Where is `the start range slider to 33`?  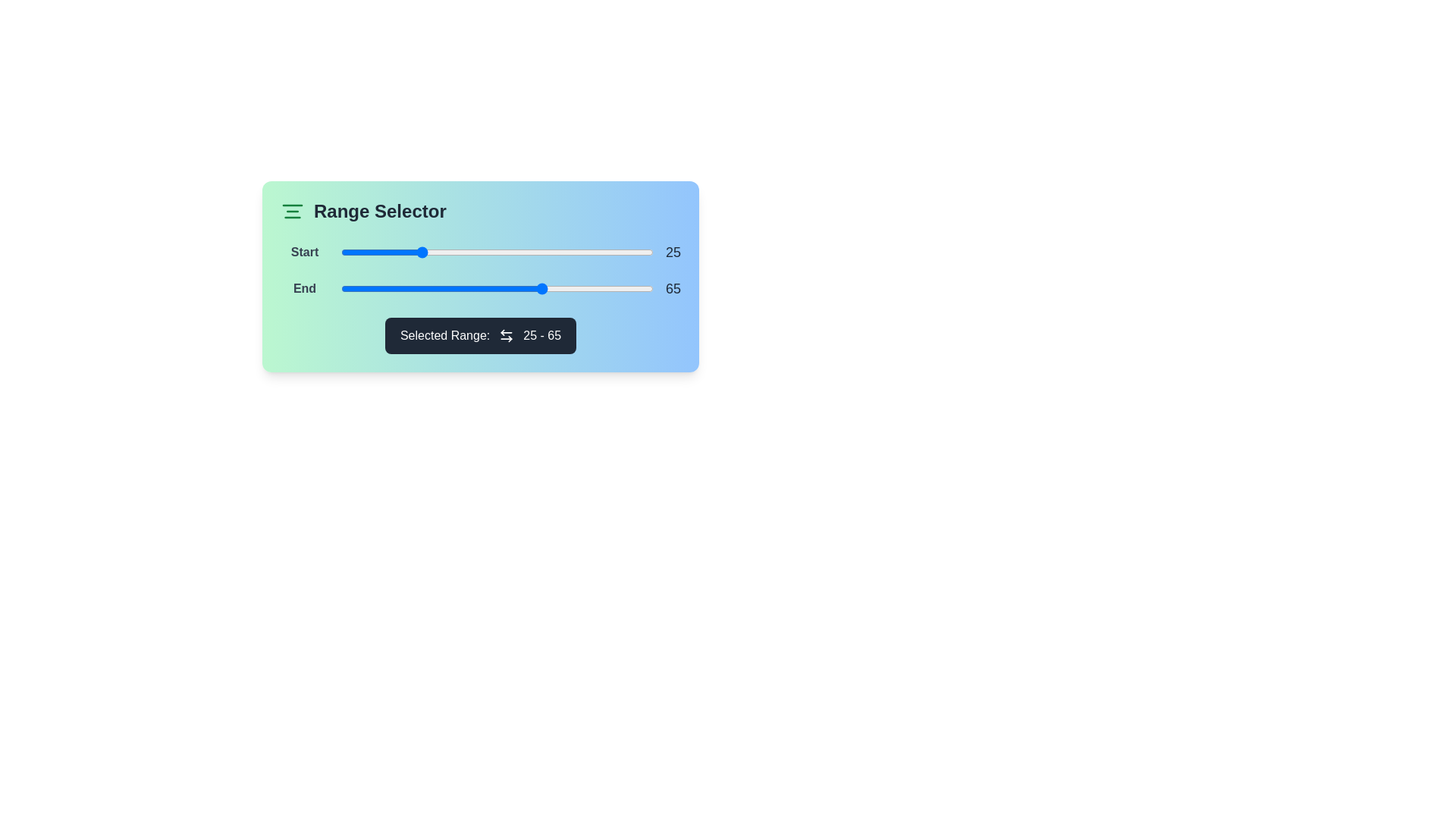 the start range slider to 33 is located at coordinates (443, 251).